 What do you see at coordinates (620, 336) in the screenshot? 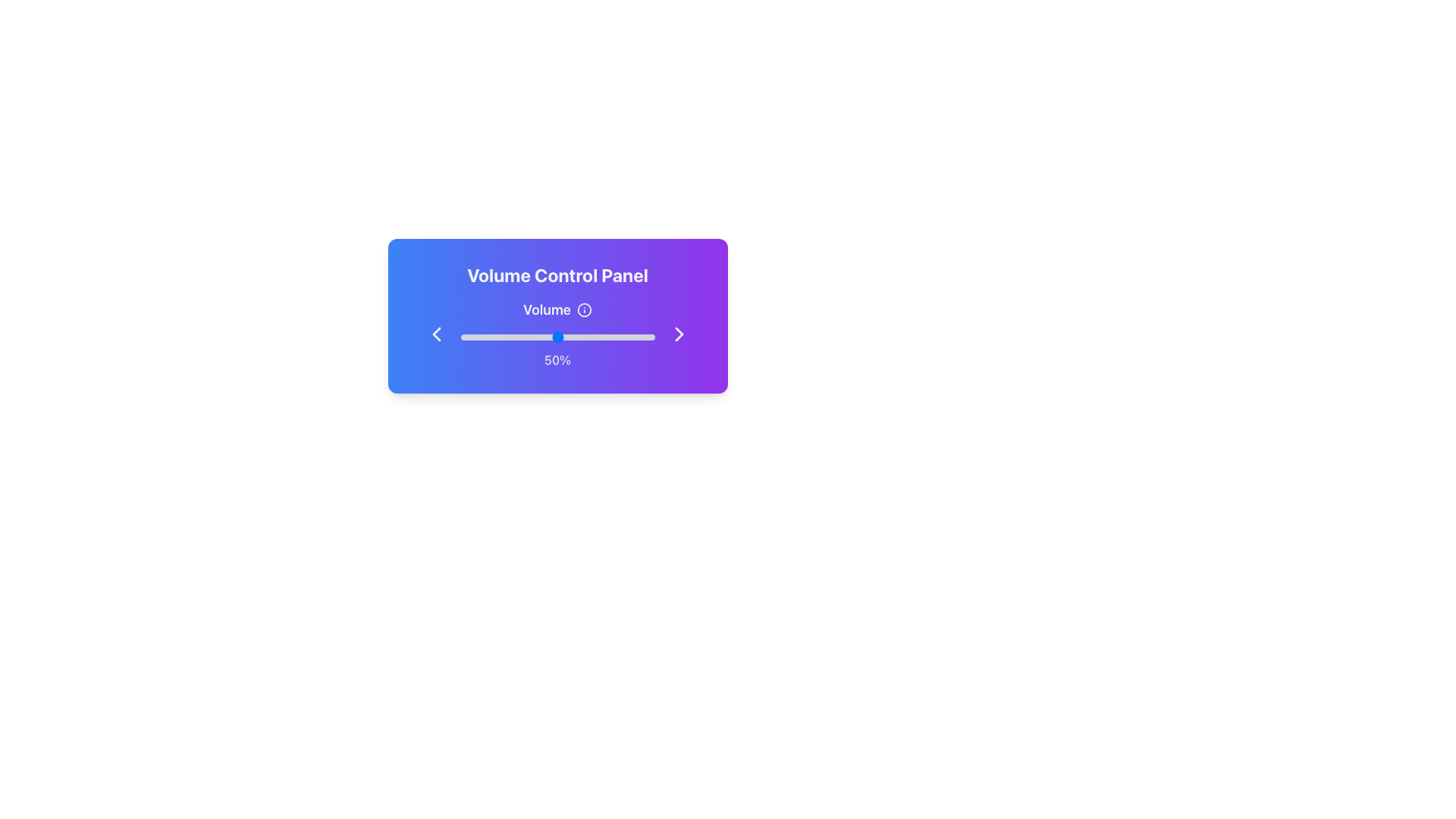
I see `the slider` at bounding box center [620, 336].